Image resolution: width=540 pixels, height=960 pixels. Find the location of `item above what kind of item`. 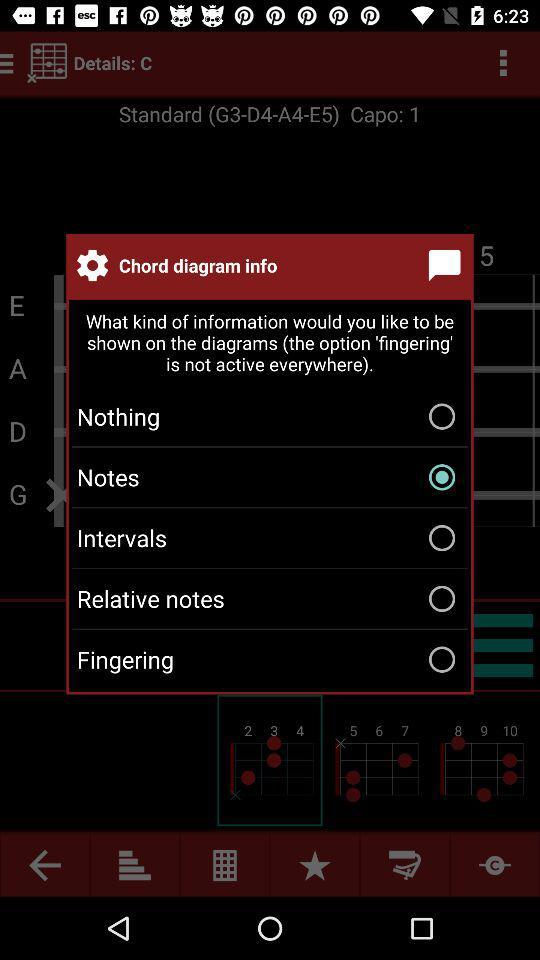

item above what kind of item is located at coordinates (448, 264).